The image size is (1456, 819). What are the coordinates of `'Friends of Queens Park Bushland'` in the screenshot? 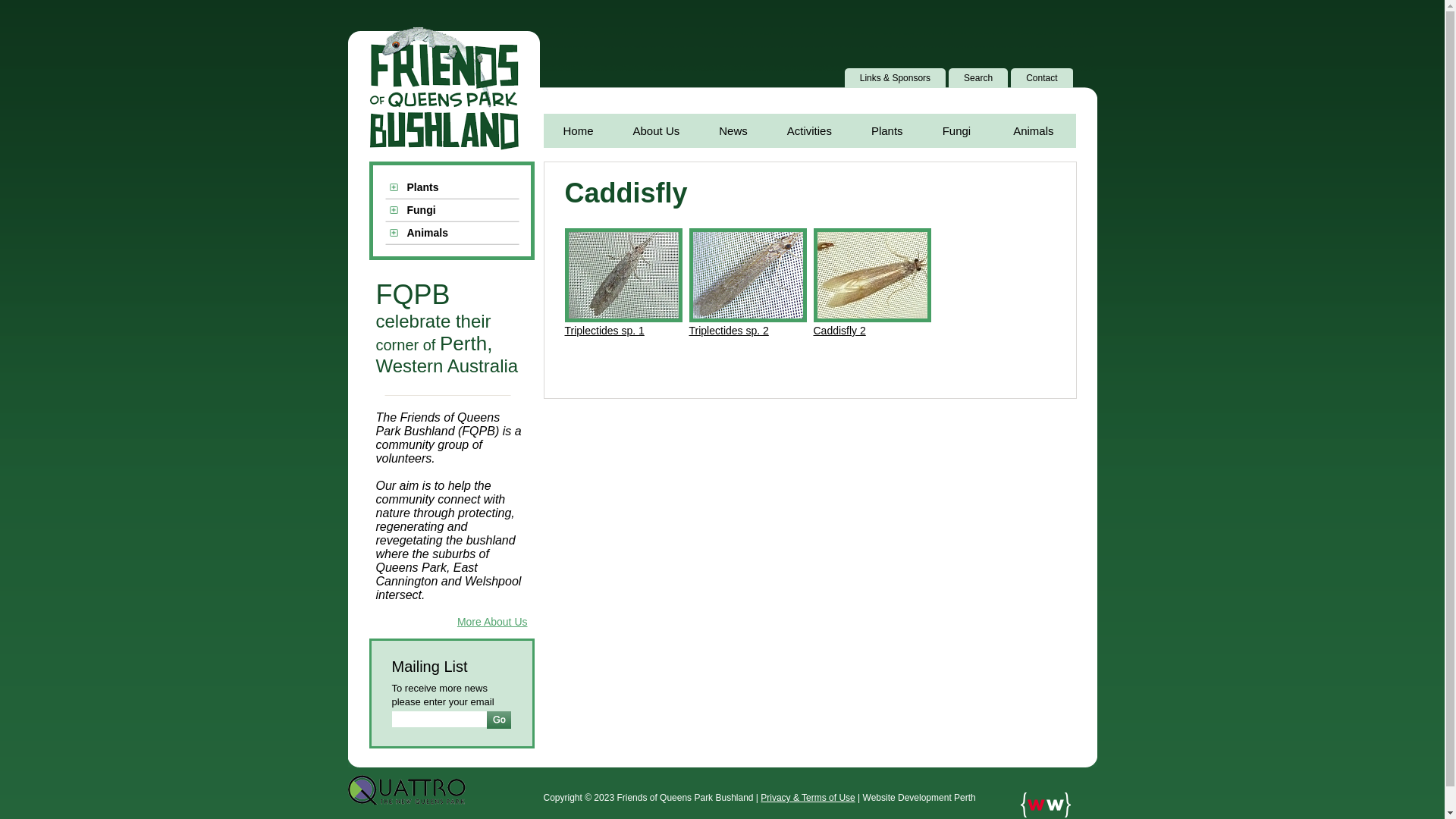 It's located at (442, 89).